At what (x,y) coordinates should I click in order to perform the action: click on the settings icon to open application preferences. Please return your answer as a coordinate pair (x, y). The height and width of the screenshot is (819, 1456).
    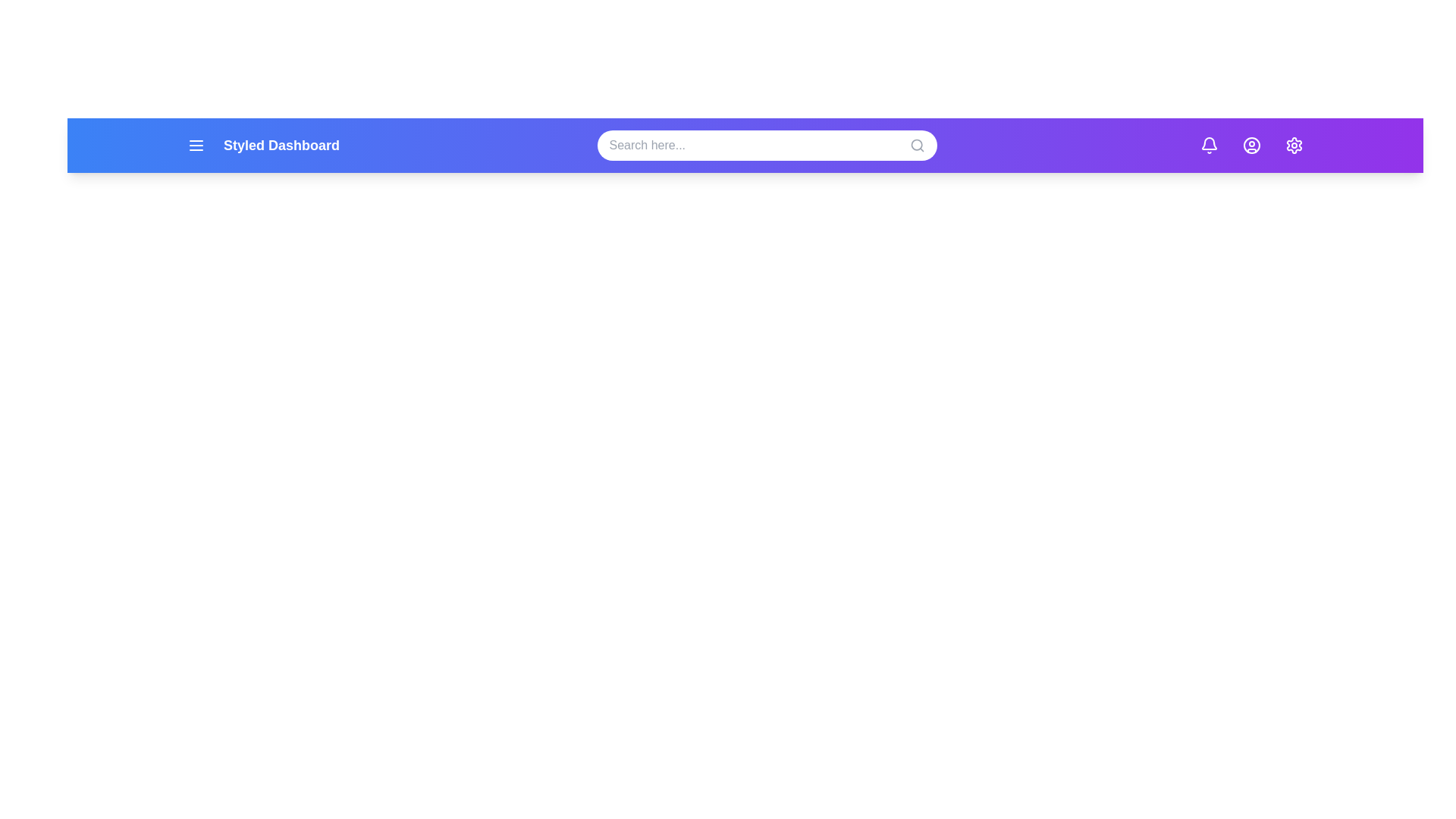
    Looking at the image, I should click on (1294, 146).